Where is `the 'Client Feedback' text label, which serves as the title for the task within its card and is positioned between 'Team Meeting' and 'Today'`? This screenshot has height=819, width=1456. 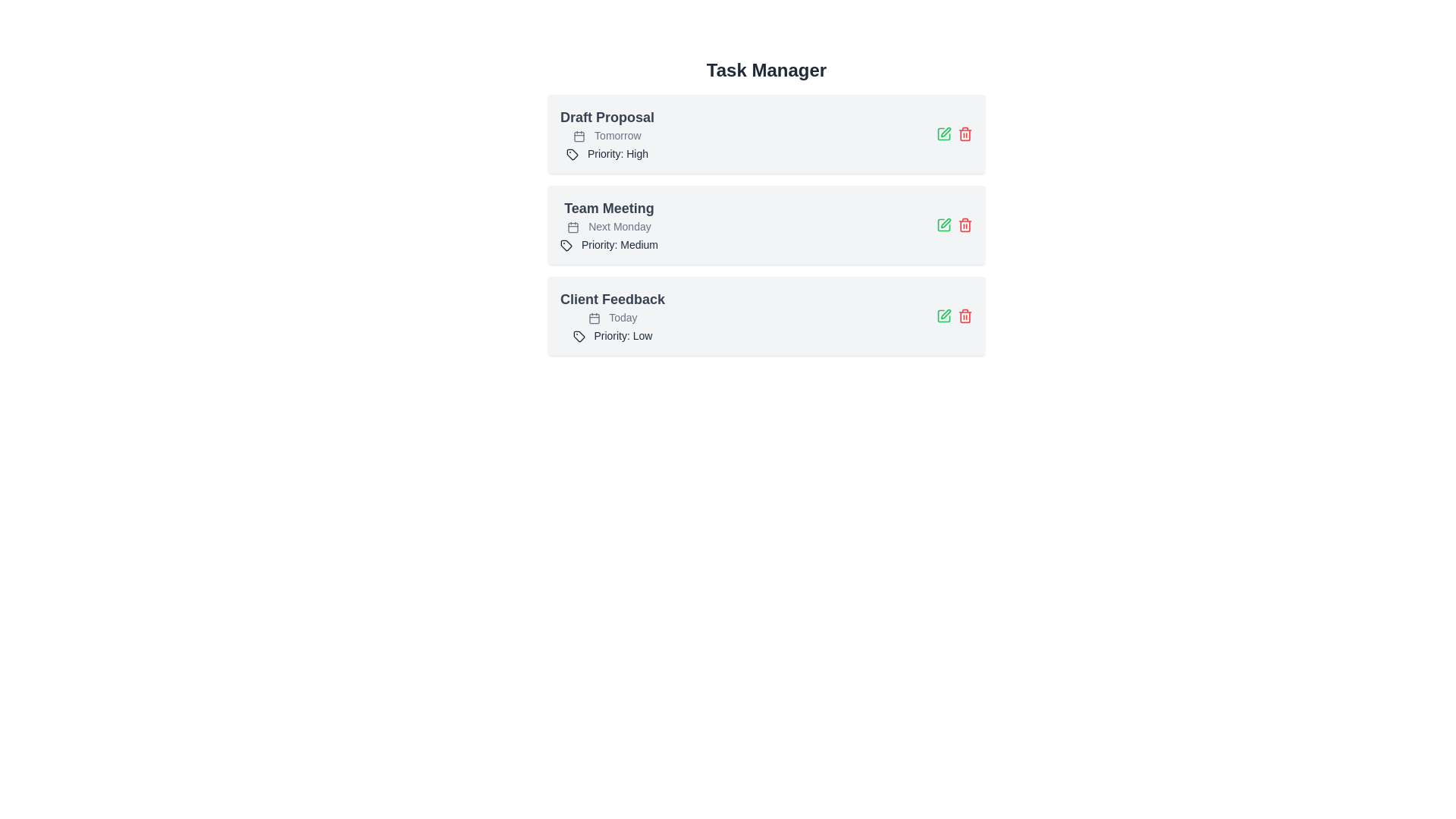
the 'Client Feedback' text label, which serves as the title for the task within its card and is positioned between 'Team Meeting' and 'Today' is located at coordinates (612, 299).